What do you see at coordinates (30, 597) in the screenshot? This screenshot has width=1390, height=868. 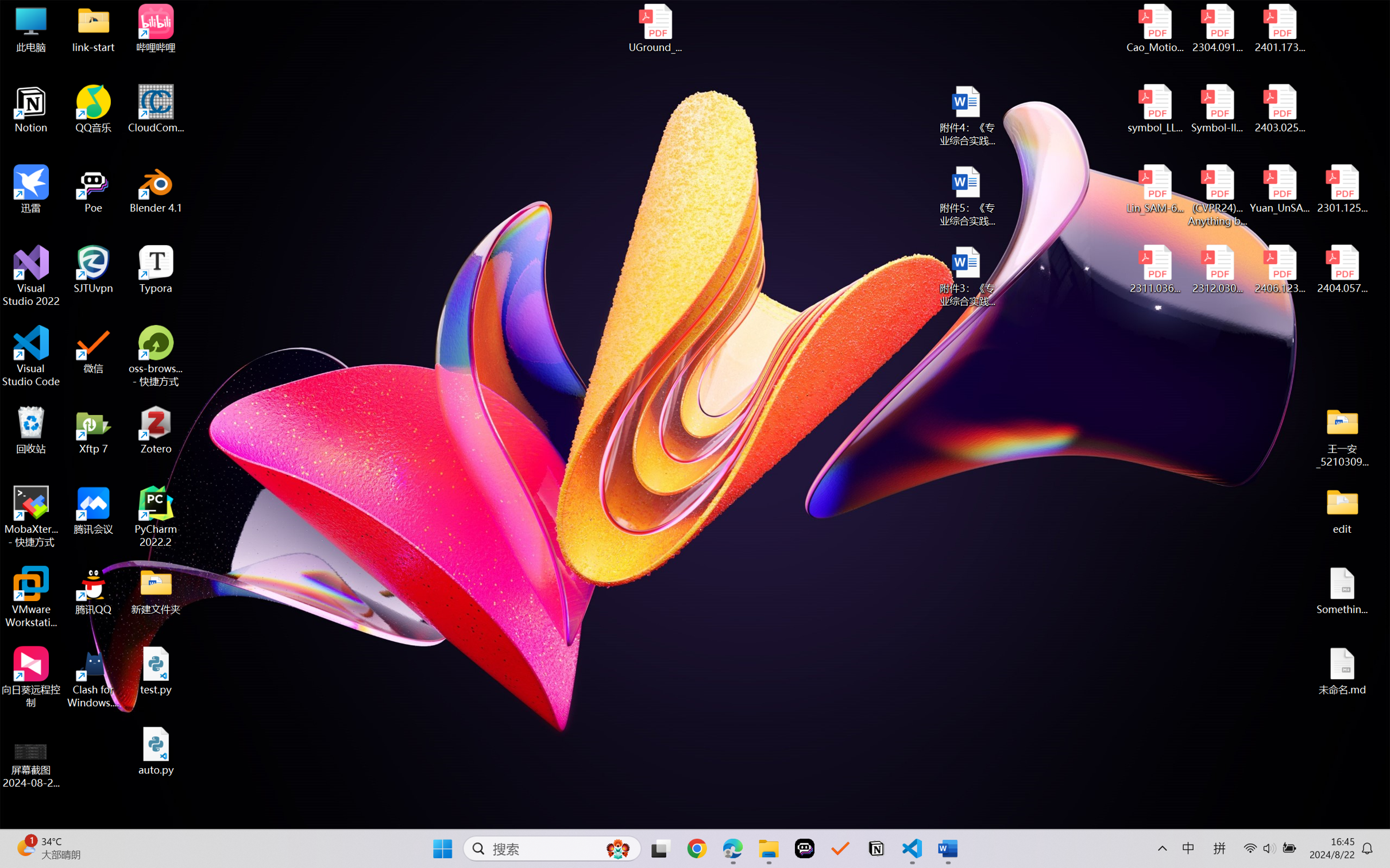 I see `'VMware Workstation Pro'` at bounding box center [30, 597].